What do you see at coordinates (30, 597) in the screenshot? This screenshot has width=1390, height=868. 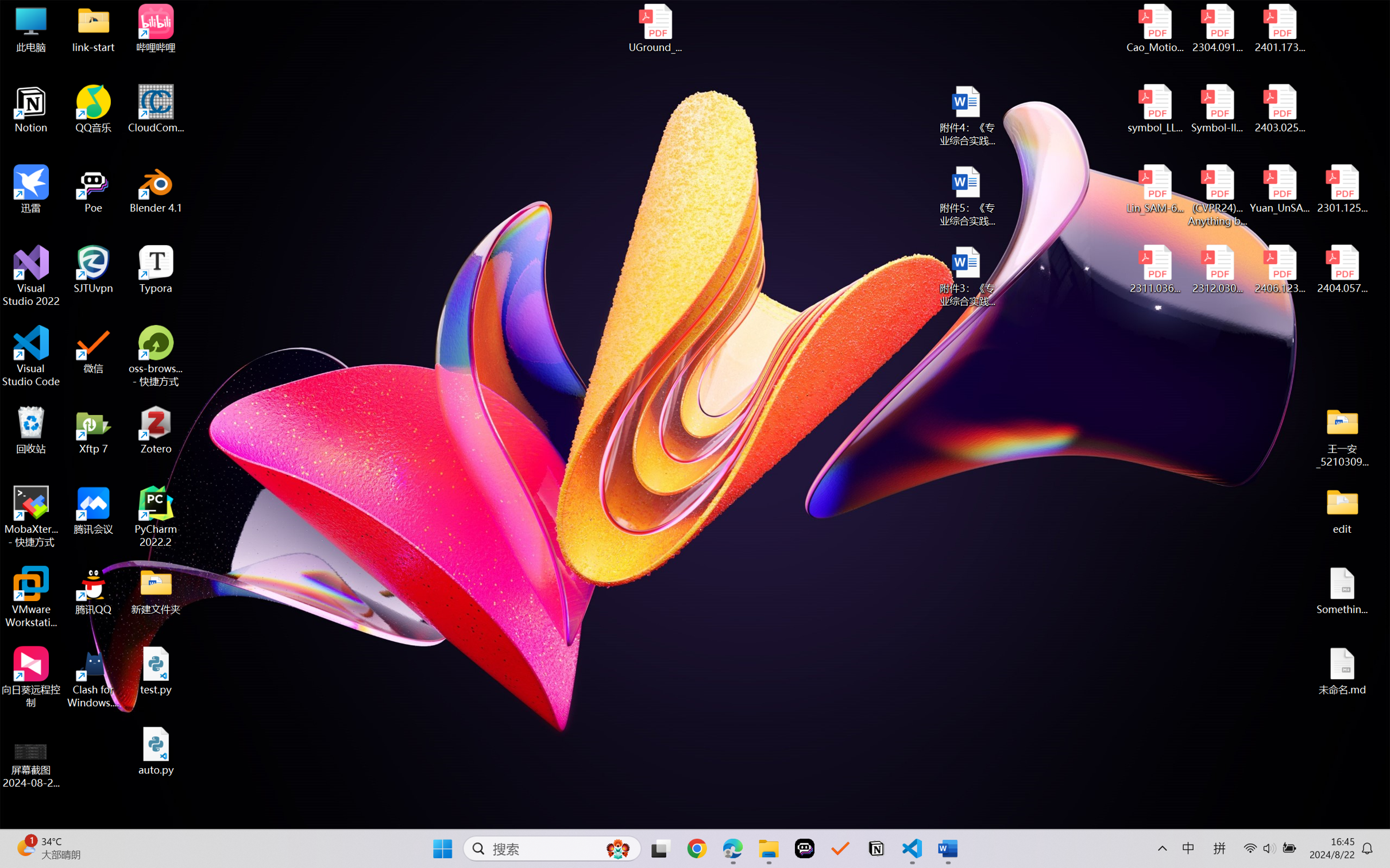 I see `'VMware Workstation Pro'` at bounding box center [30, 597].